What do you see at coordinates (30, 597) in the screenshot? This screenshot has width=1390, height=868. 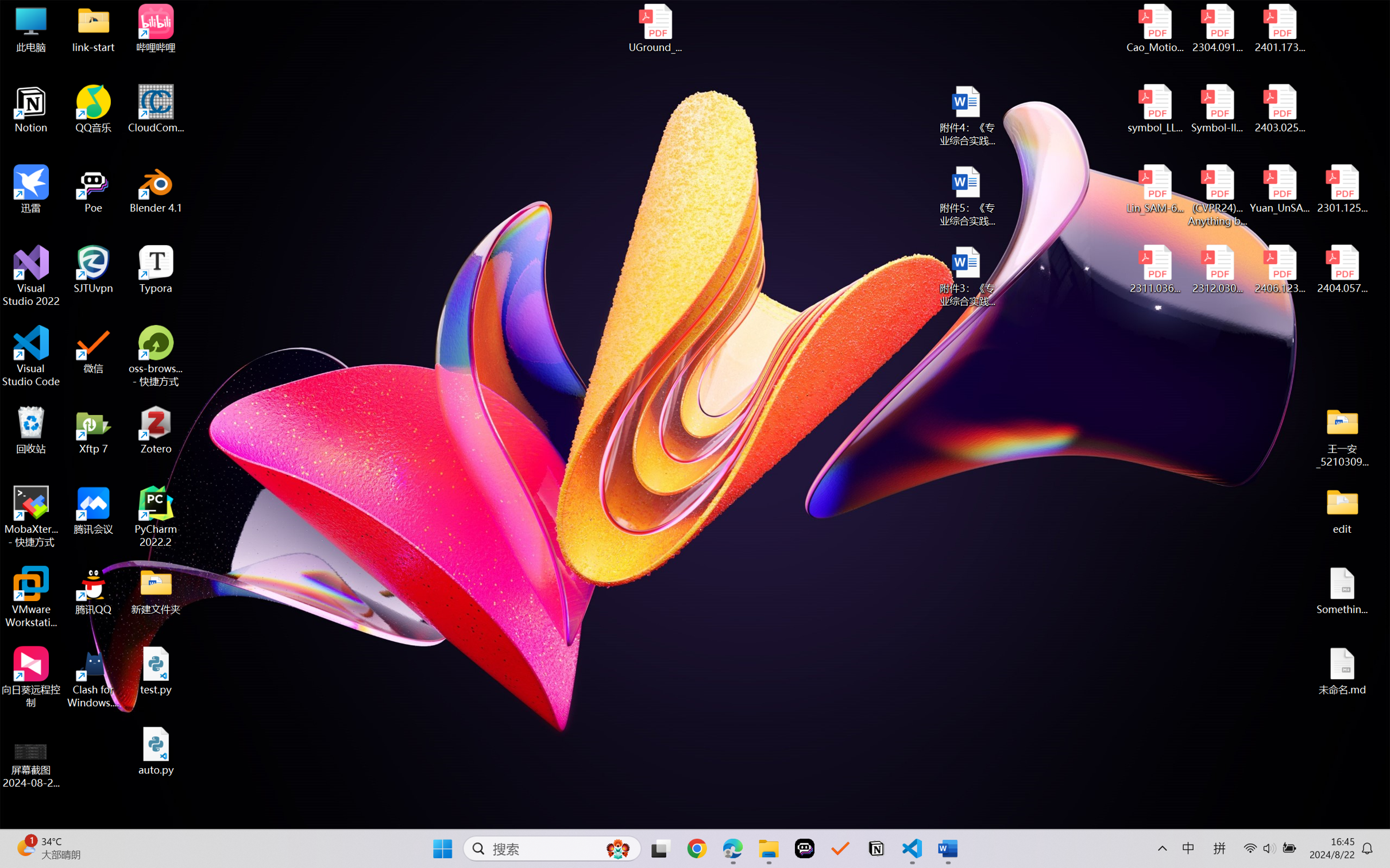 I see `'VMware Workstation Pro'` at bounding box center [30, 597].